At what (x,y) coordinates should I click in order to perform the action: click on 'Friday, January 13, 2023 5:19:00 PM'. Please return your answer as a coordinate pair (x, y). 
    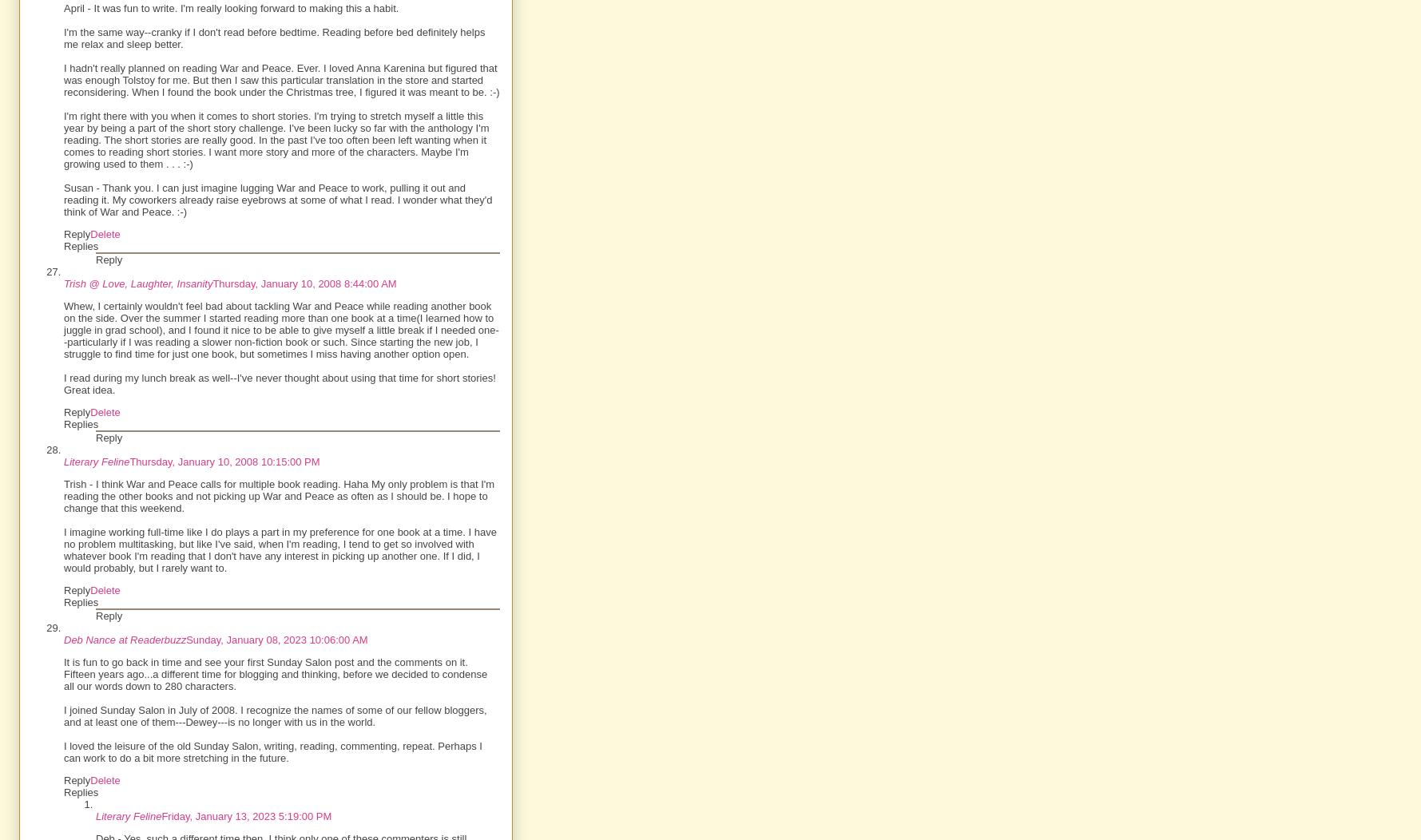
    Looking at the image, I should click on (161, 815).